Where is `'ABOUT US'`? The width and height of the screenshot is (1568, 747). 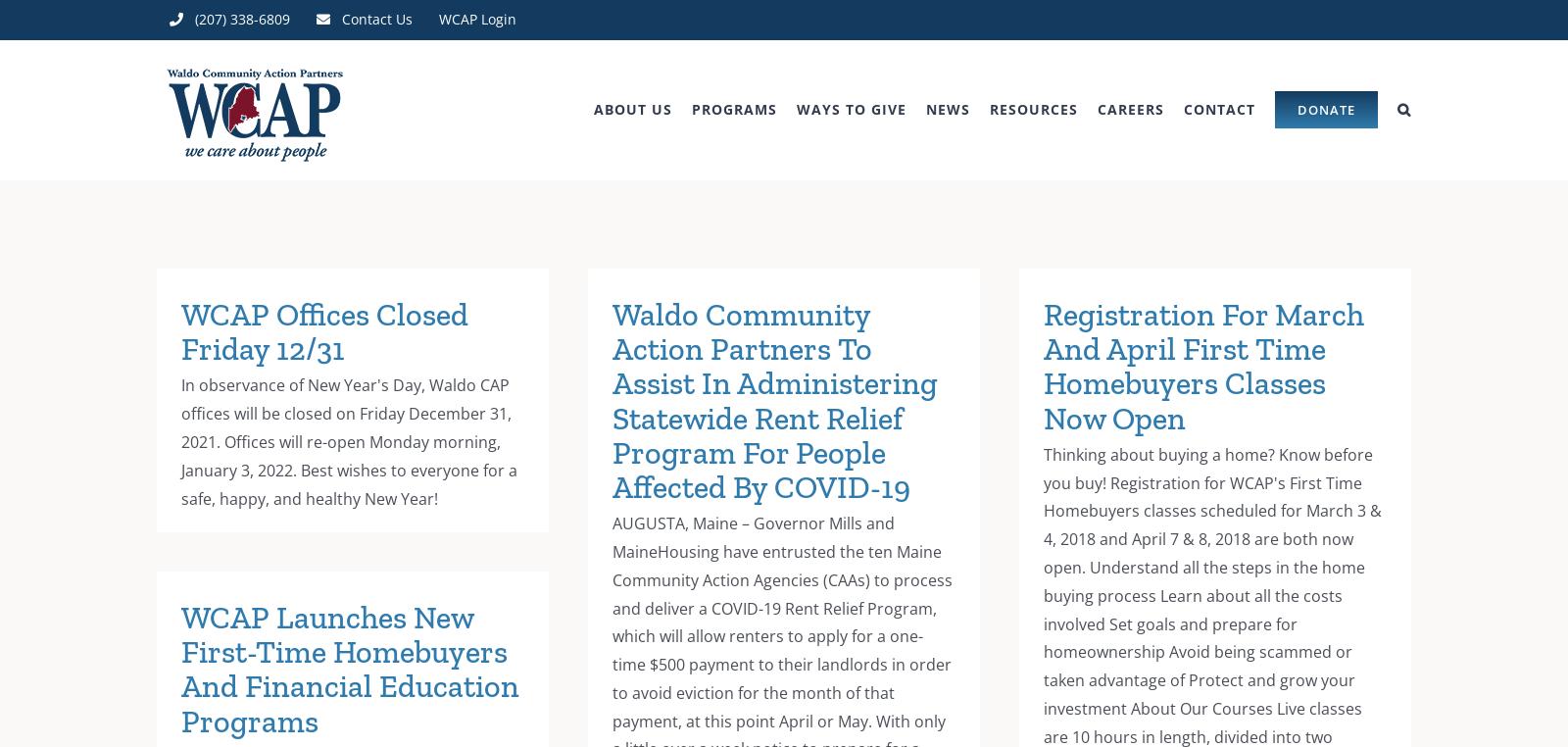
'ABOUT US' is located at coordinates (632, 113).